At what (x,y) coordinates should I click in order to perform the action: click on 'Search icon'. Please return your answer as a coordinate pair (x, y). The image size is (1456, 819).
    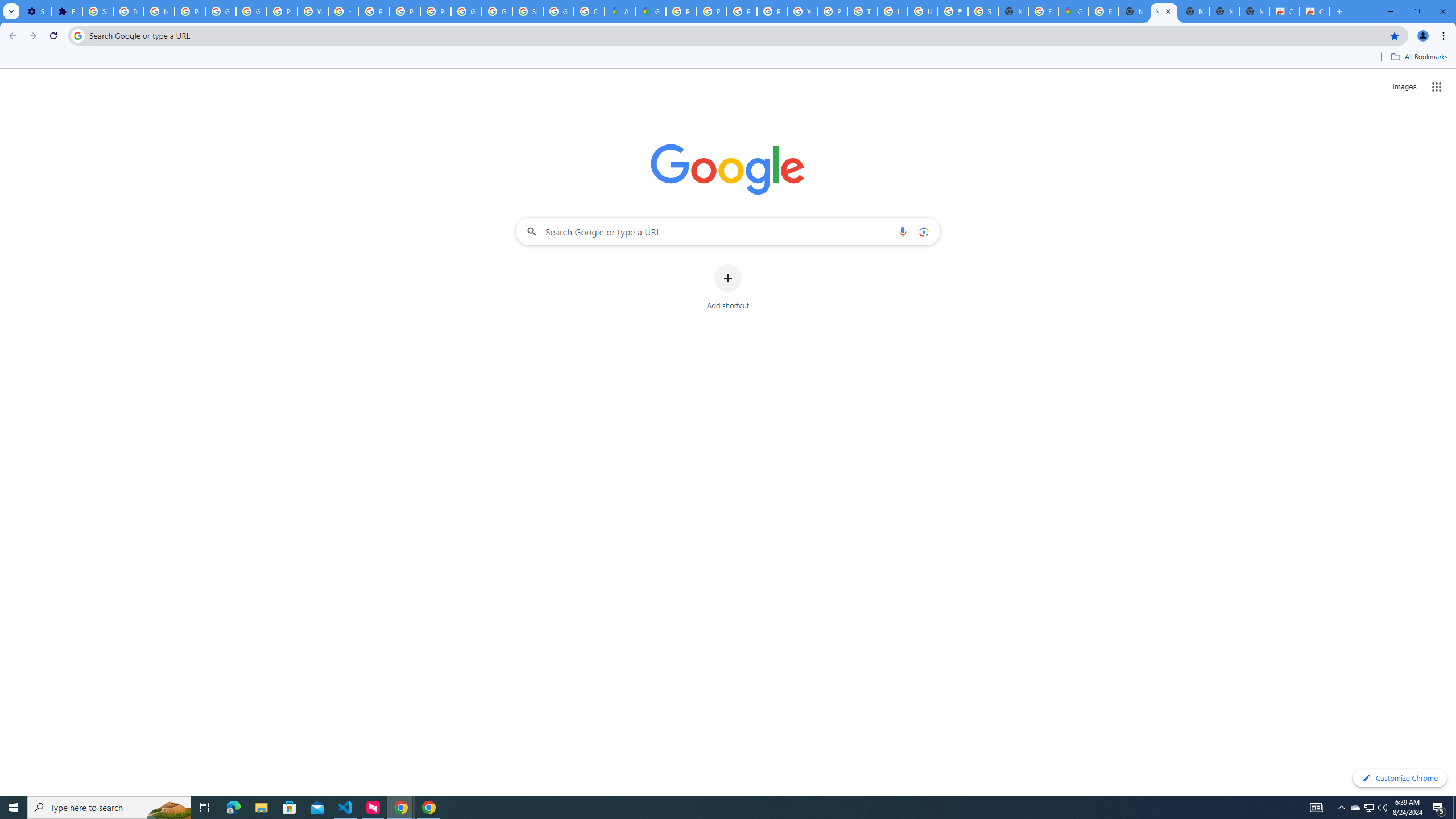
    Looking at the image, I should click on (77, 35).